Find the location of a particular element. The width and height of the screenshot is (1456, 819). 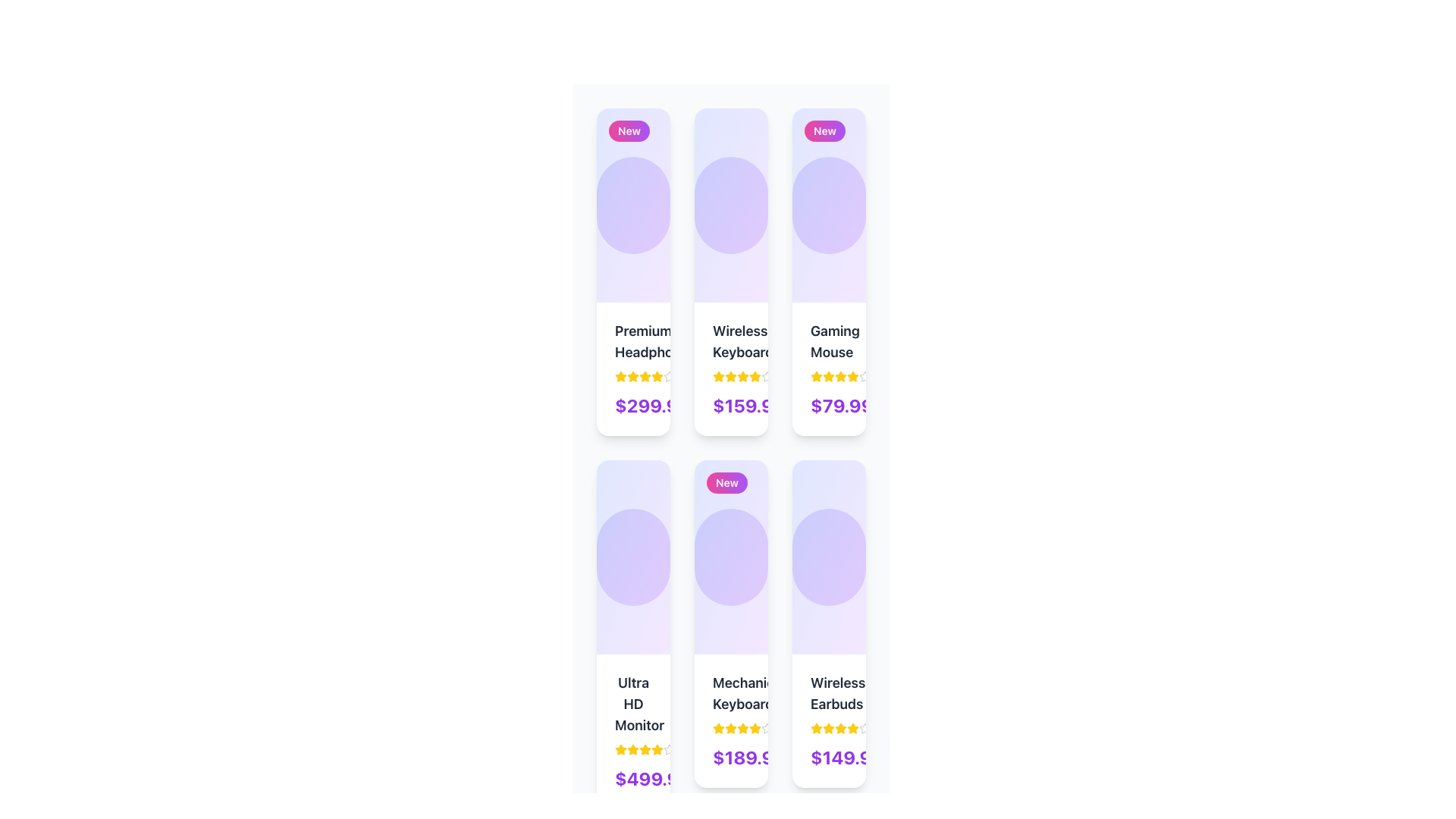

the third yellow star icon in the 5-star rating display is located at coordinates (828, 727).